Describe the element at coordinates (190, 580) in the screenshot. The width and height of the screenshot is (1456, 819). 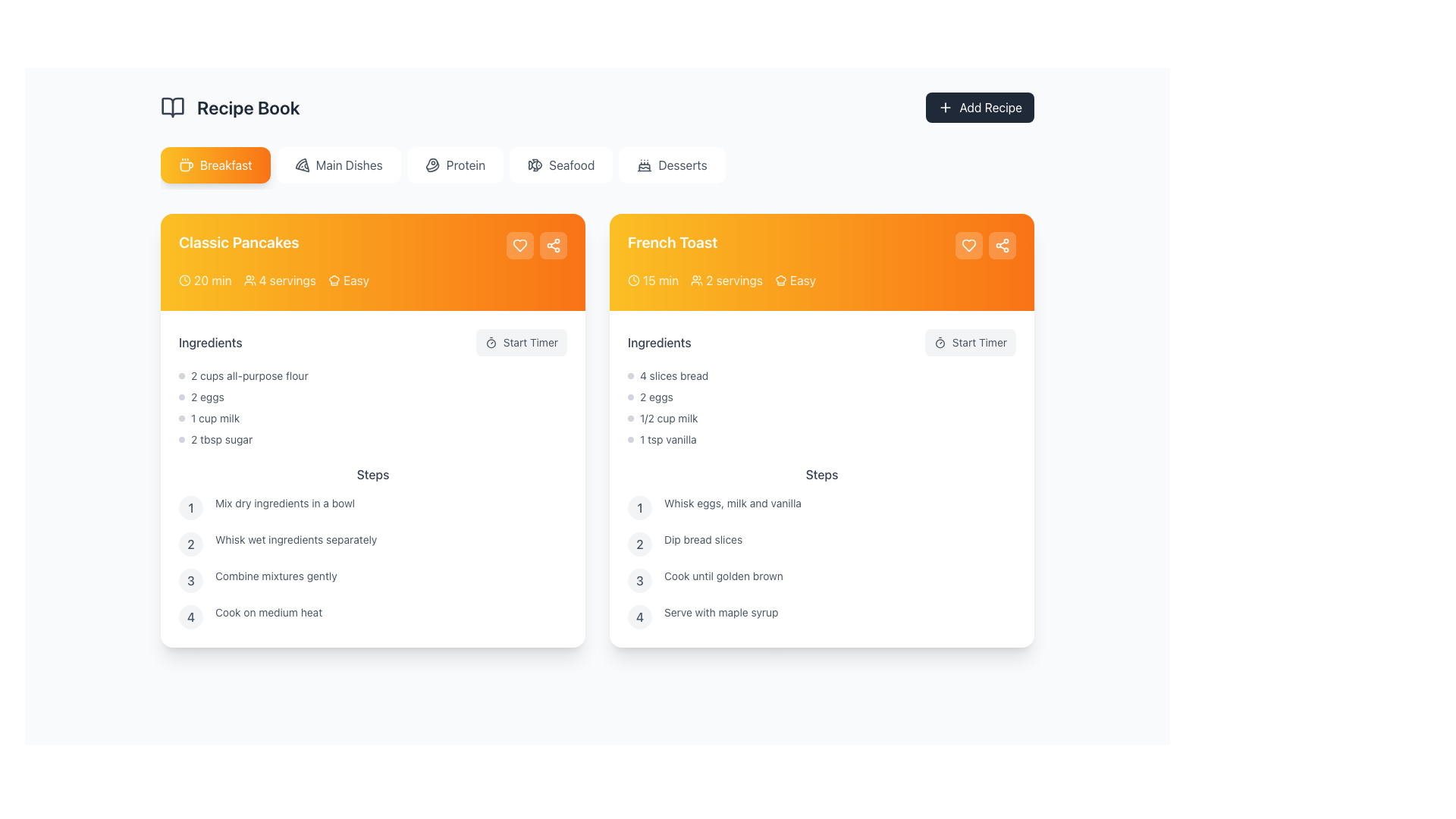
I see `the numeral '3' step marker in the 'Steps' section of the 'Classic Pancakes' recipe card` at that location.